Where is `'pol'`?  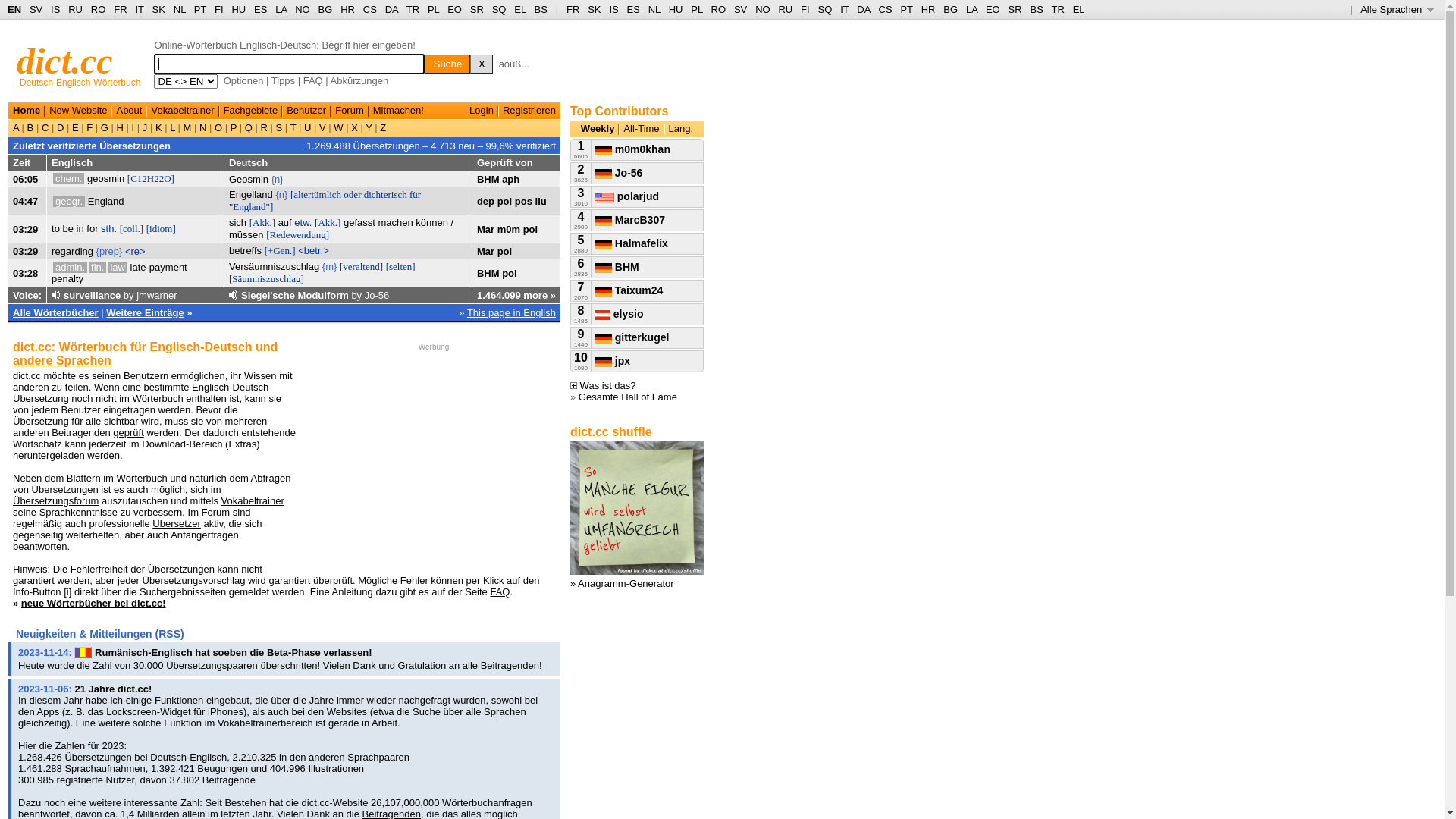 'pol' is located at coordinates (510, 271).